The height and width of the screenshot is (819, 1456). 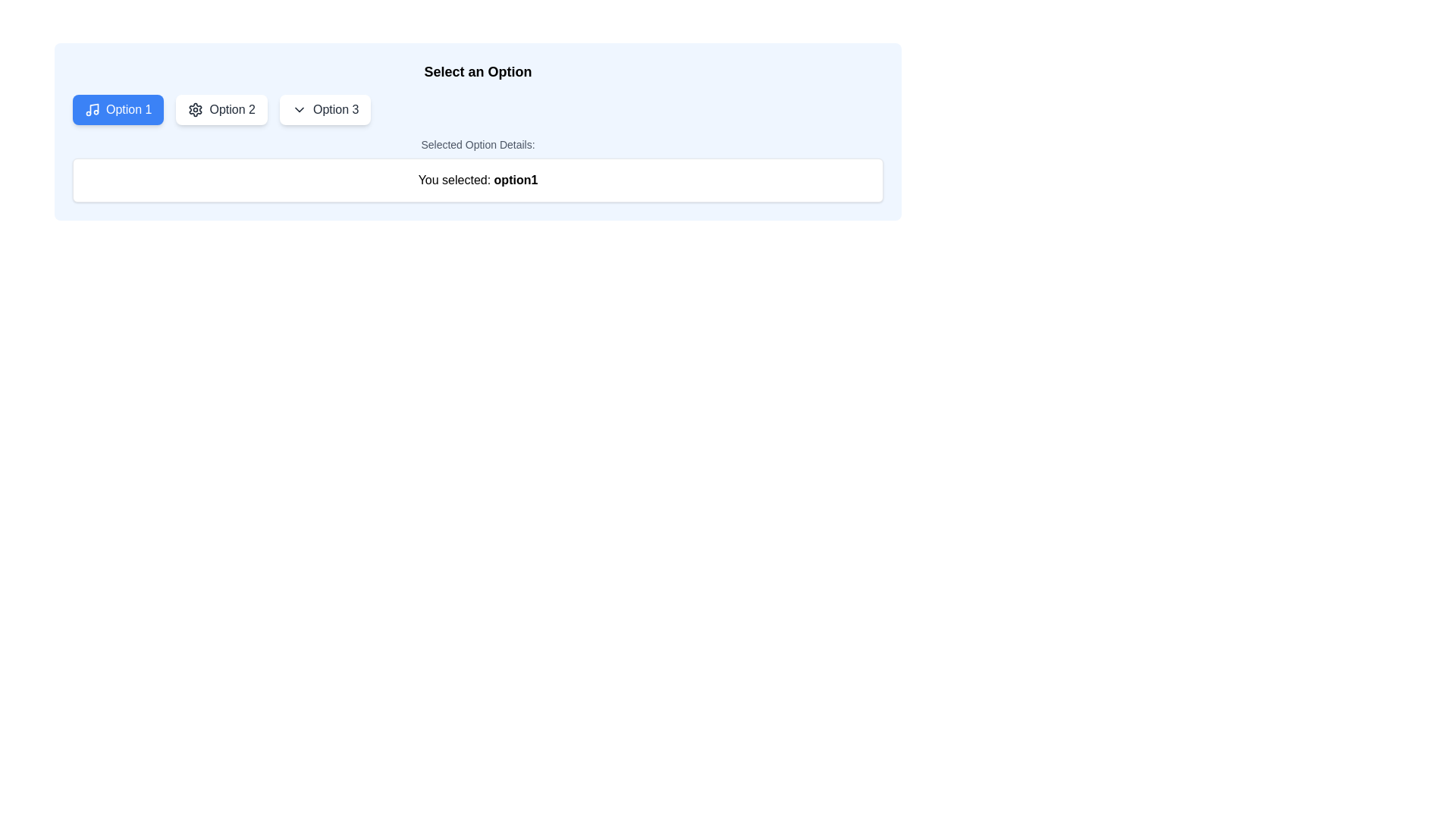 What do you see at coordinates (221, 109) in the screenshot?
I see `the 'Option 2' button, which is a rectangular button with a gear icon and dark gray text` at bounding box center [221, 109].